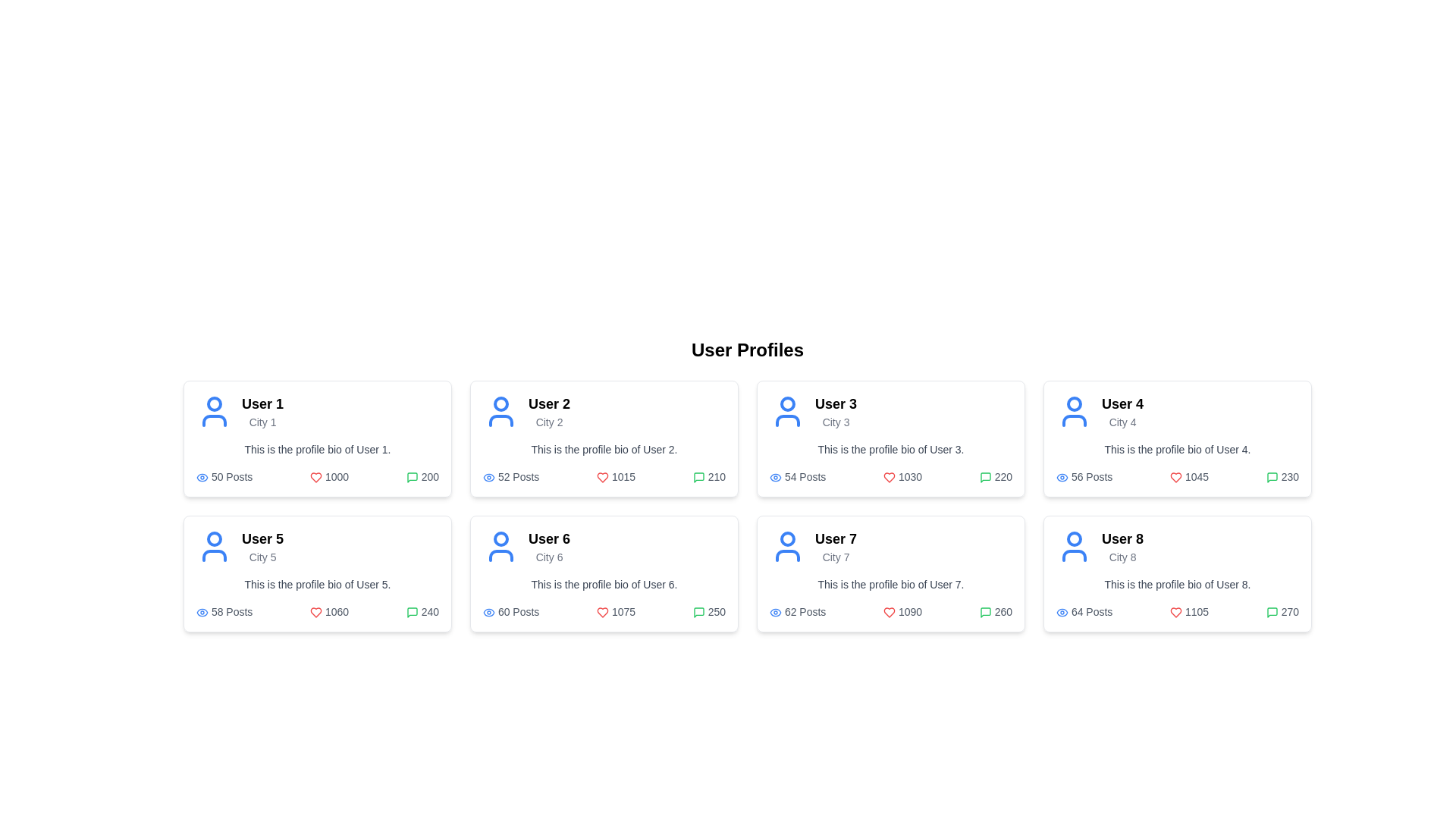 Image resolution: width=1456 pixels, height=819 pixels. Describe the element at coordinates (787, 547) in the screenshot. I see `the user profile icon located in the profile card labeled 'User 7' and 'City 7', which is positioned in the bottom row, second from the left` at that location.